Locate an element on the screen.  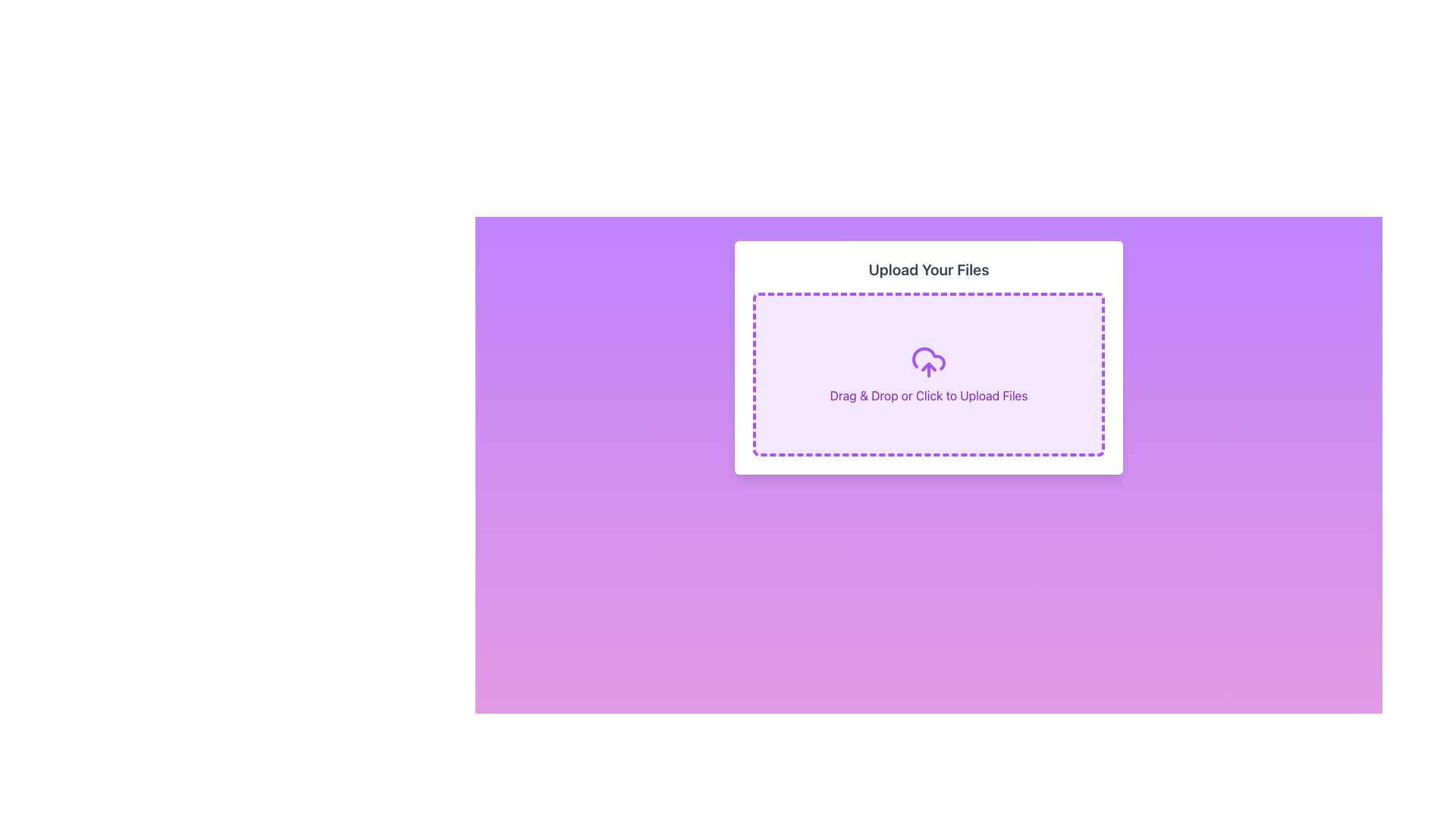
the cloud icon with an upward arrow, which is designed in a purple line art style and indicates an upload function, located at the center of the 'Drag & Drop or Click to Upload Files' box is located at coordinates (927, 362).